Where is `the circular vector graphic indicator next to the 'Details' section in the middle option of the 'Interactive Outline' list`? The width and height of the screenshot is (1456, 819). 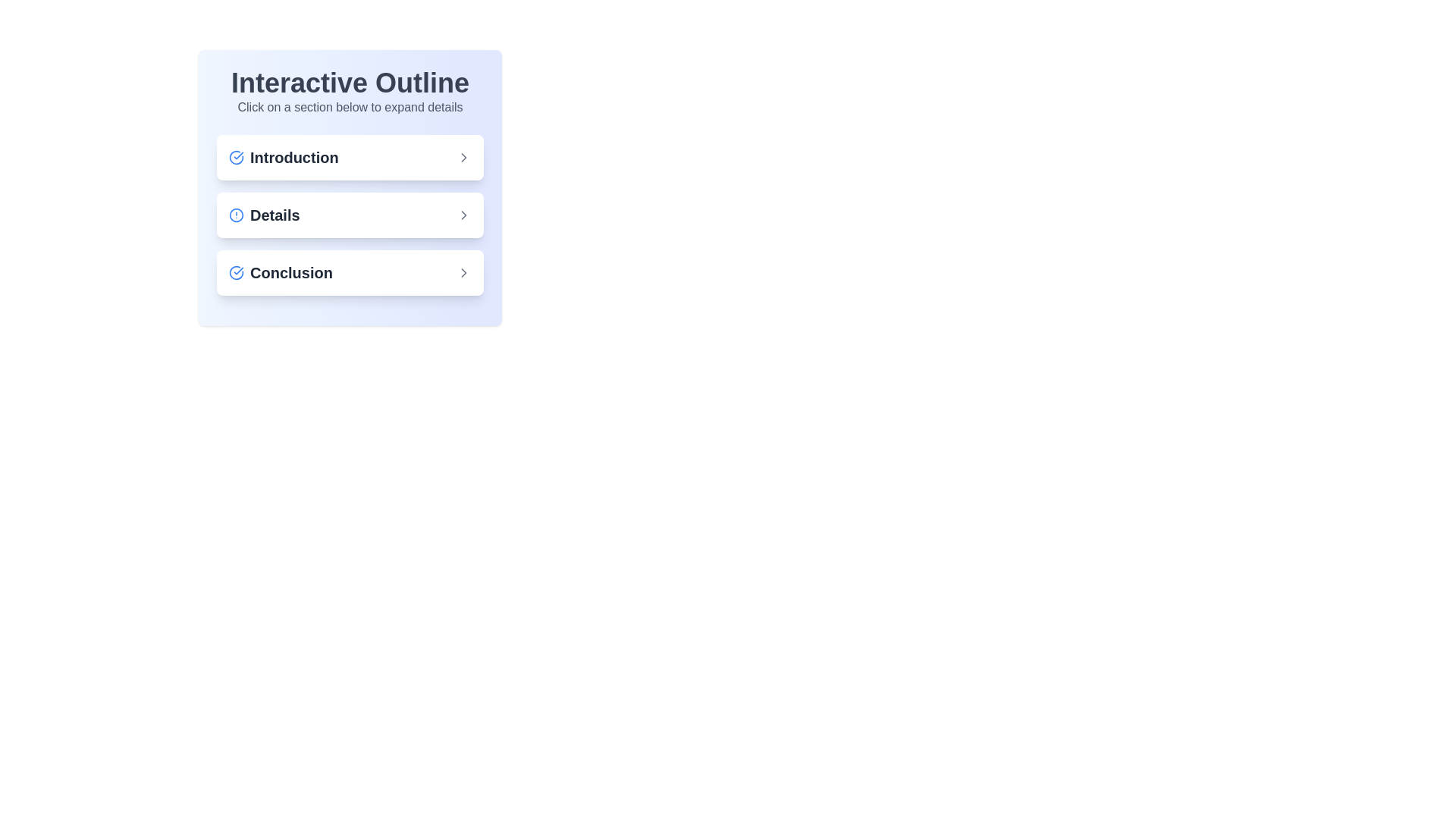 the circular vector graphic indicator next to the 'Details' section in the middle option of the 'Interactive Outline' list is located at coordinates (236, 215).